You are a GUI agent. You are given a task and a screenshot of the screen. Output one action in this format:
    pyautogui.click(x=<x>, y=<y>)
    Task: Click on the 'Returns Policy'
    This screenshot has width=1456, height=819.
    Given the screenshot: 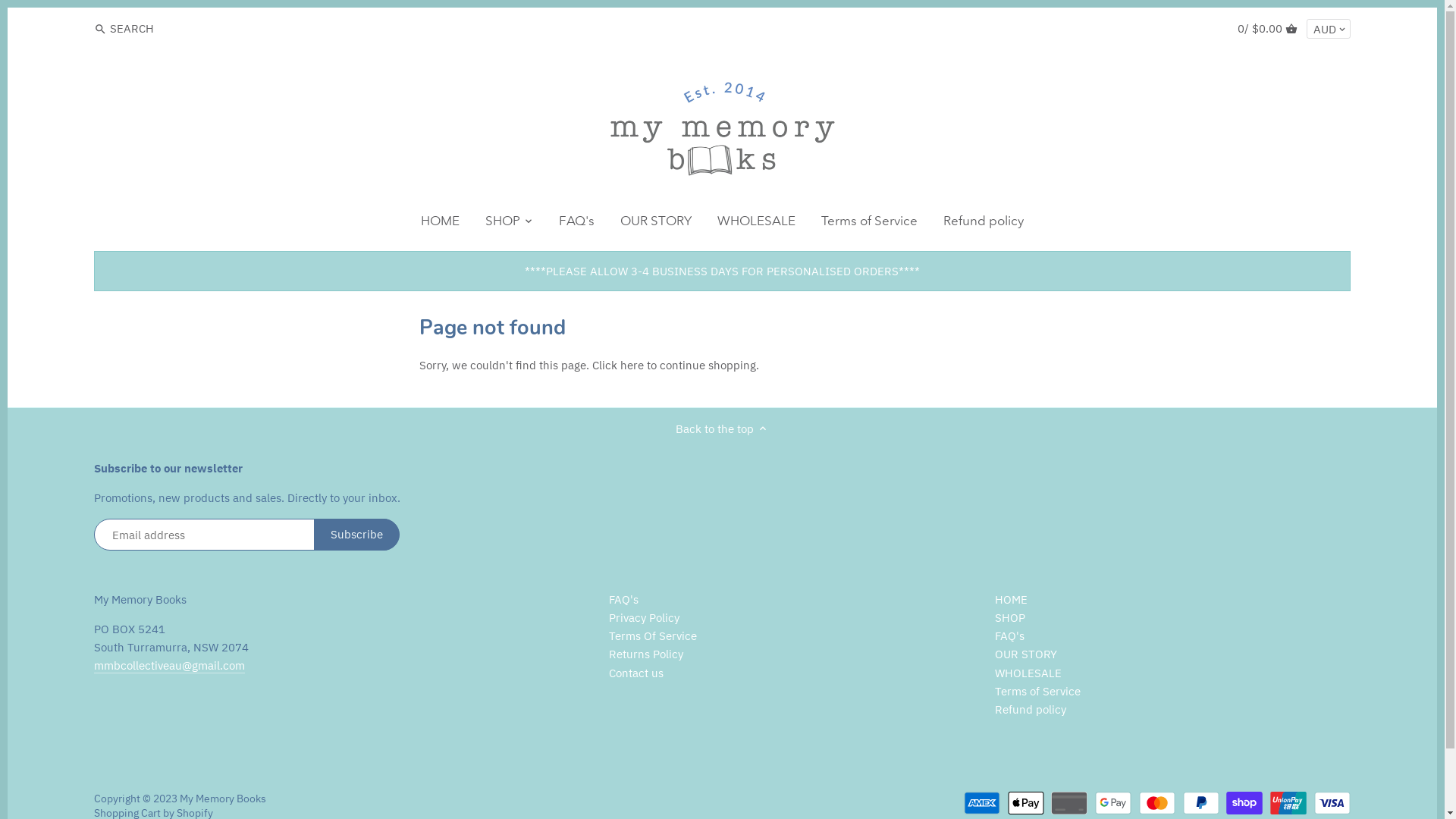 What is the action you would take?
    pyautogui.click(x=645, y=654)
    